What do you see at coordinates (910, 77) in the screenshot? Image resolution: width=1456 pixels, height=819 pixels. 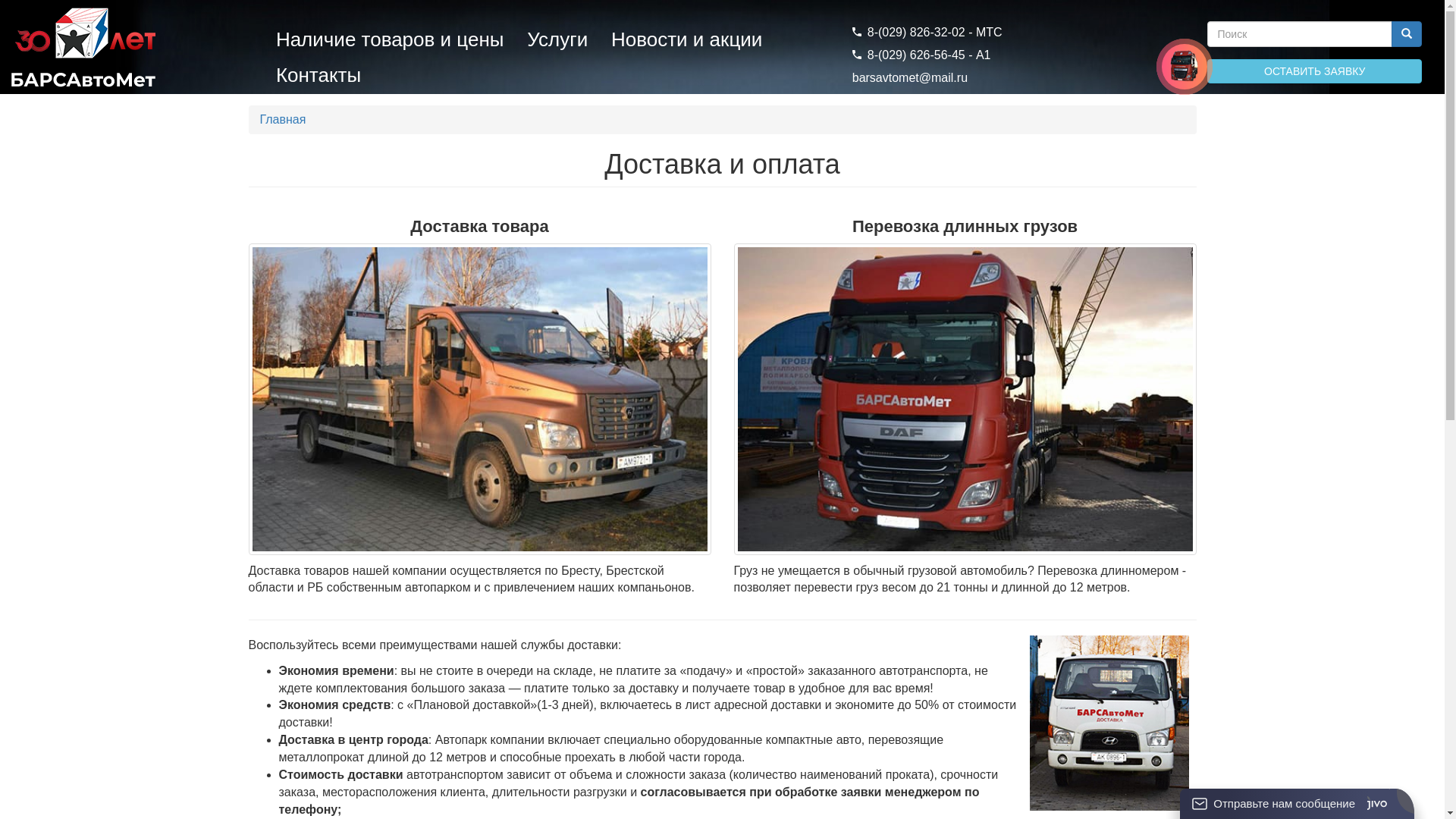 I see `'barsavtomet@mail.ru'` at bounding box center [910, 77].